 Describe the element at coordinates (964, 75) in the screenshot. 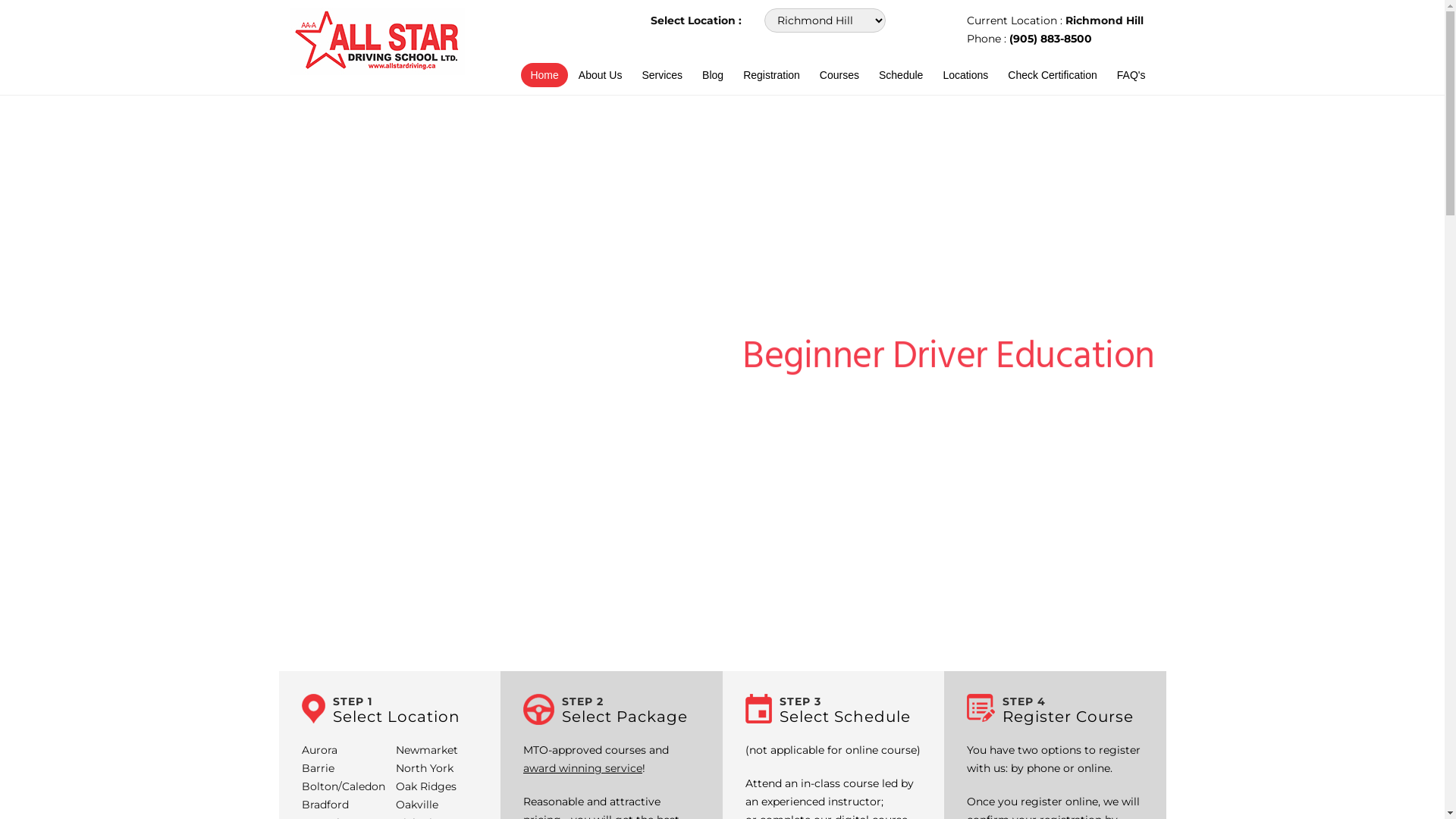

I see `'Locations'` at that location.